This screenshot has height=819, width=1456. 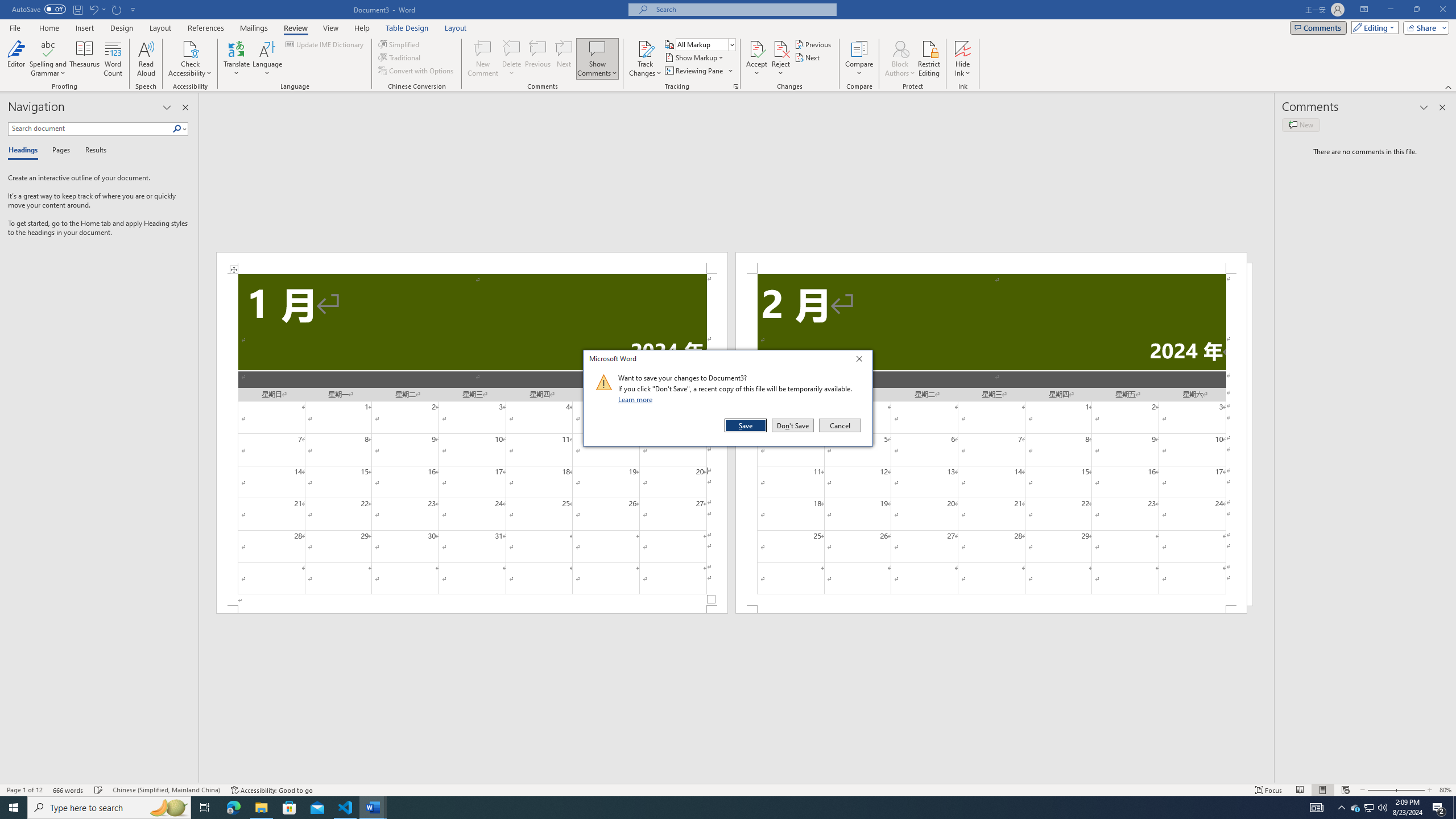 I want to click on 'Read Aloud', so click(x=146, y=59).